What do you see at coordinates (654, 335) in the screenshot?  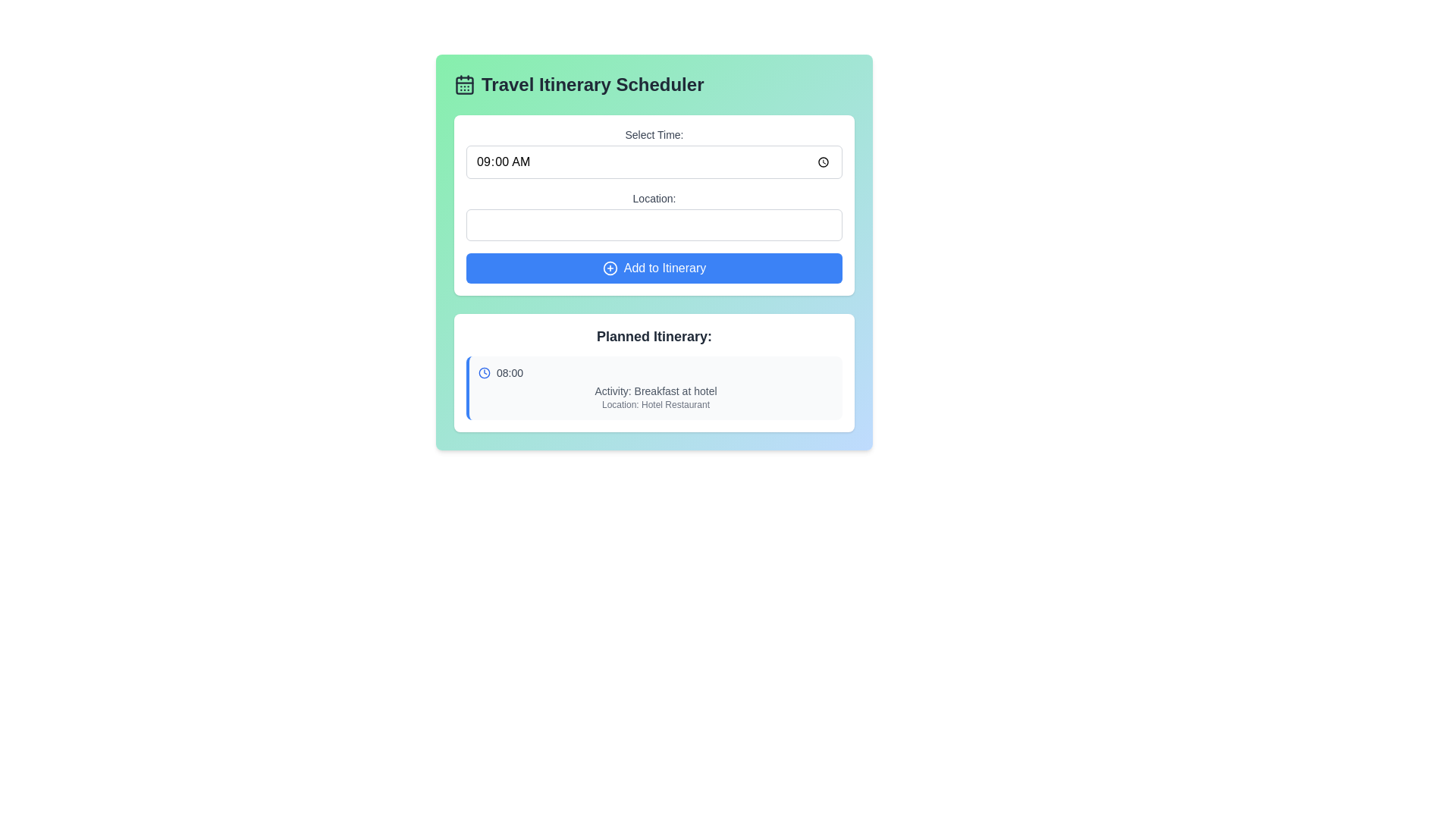 I see `the static text label that introduces the section displaying the planned itinerary details, located below the blue 'Add to Itinerary' button` at bounding box center [654, 335].